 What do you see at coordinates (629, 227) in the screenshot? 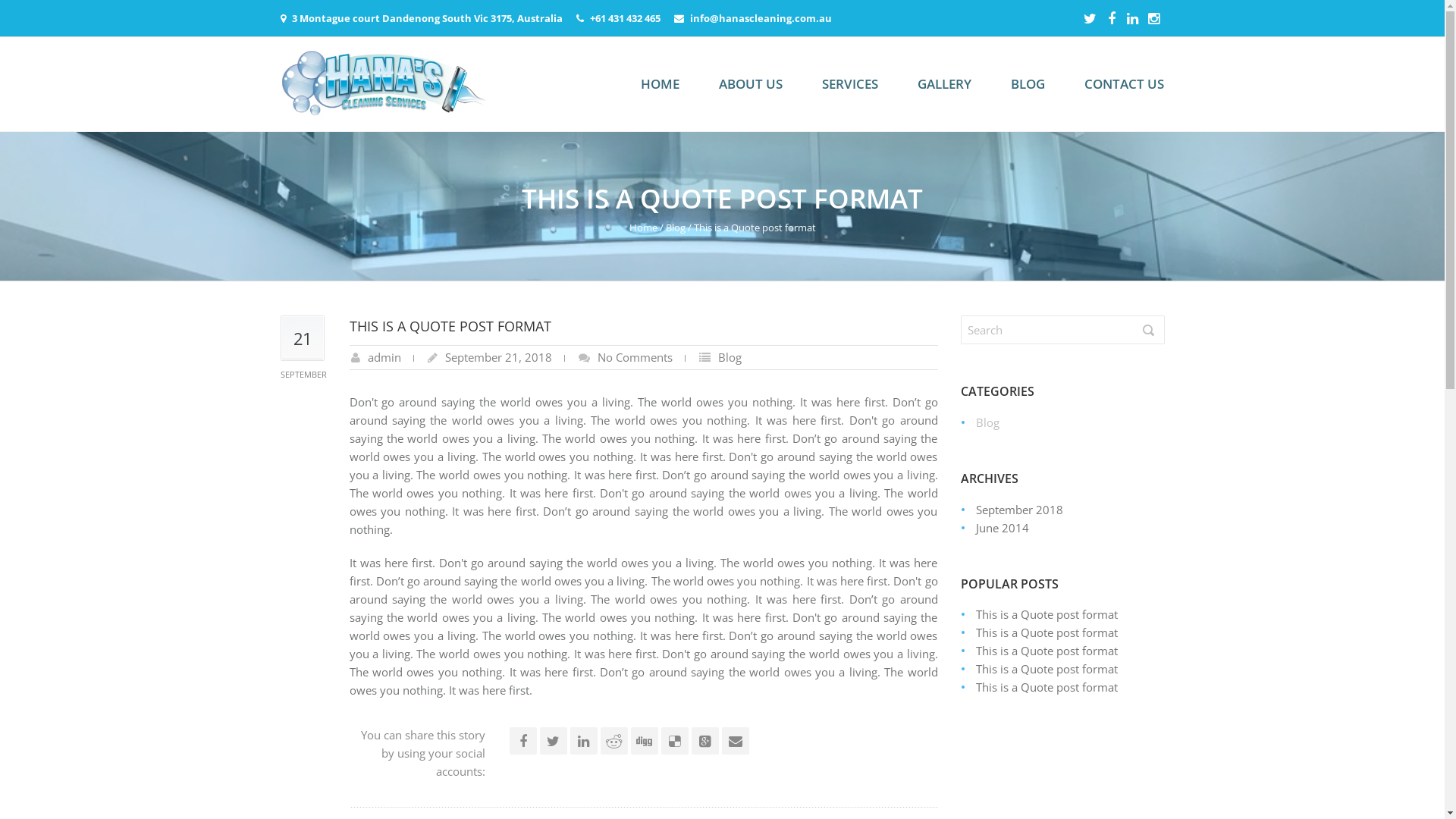
I see `'Home'` at bounding box center [629, 227].